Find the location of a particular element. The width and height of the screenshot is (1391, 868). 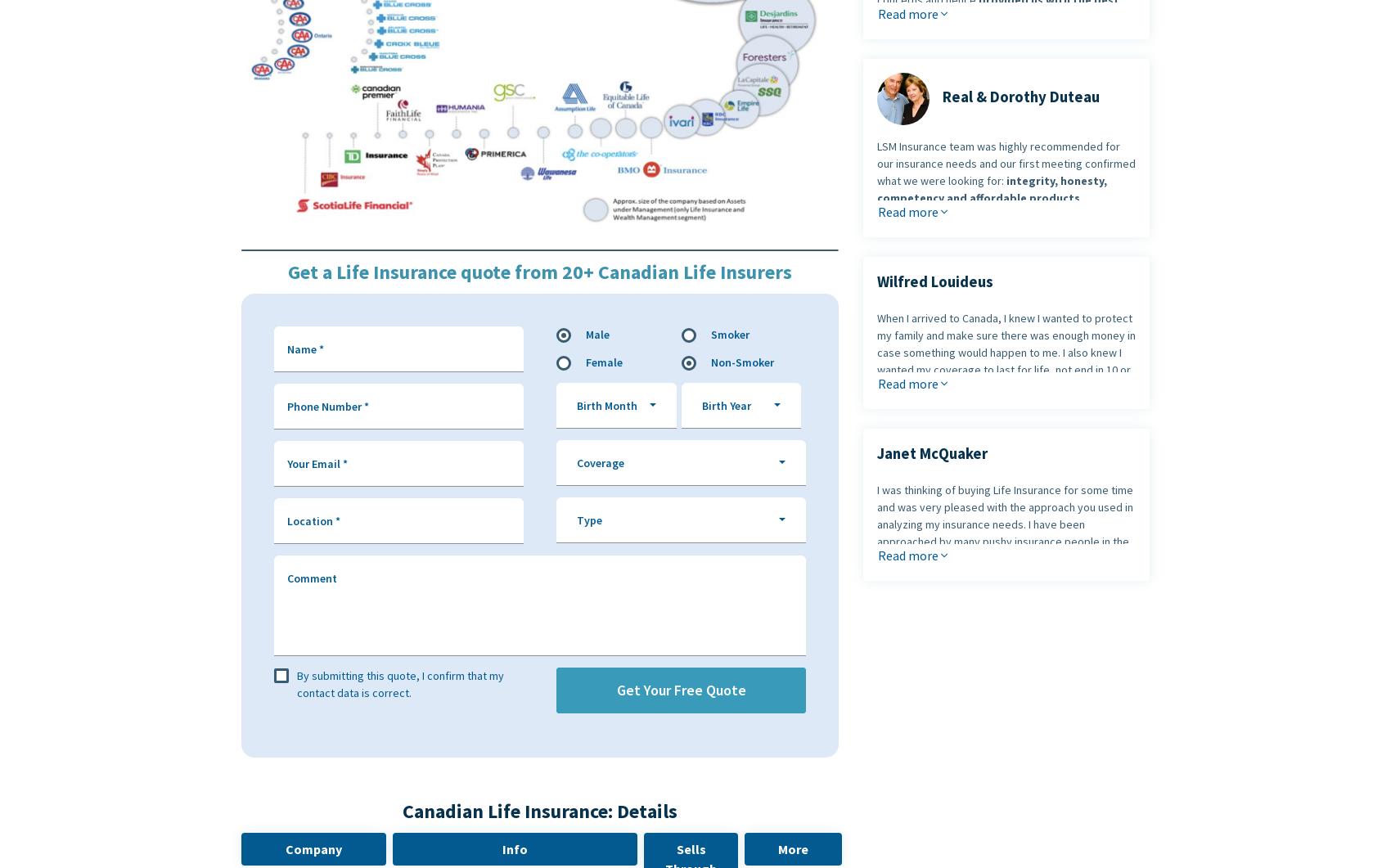

'By submitting this quote, I confirm that my contact data is correct.' is located at coordinates (400, 684).